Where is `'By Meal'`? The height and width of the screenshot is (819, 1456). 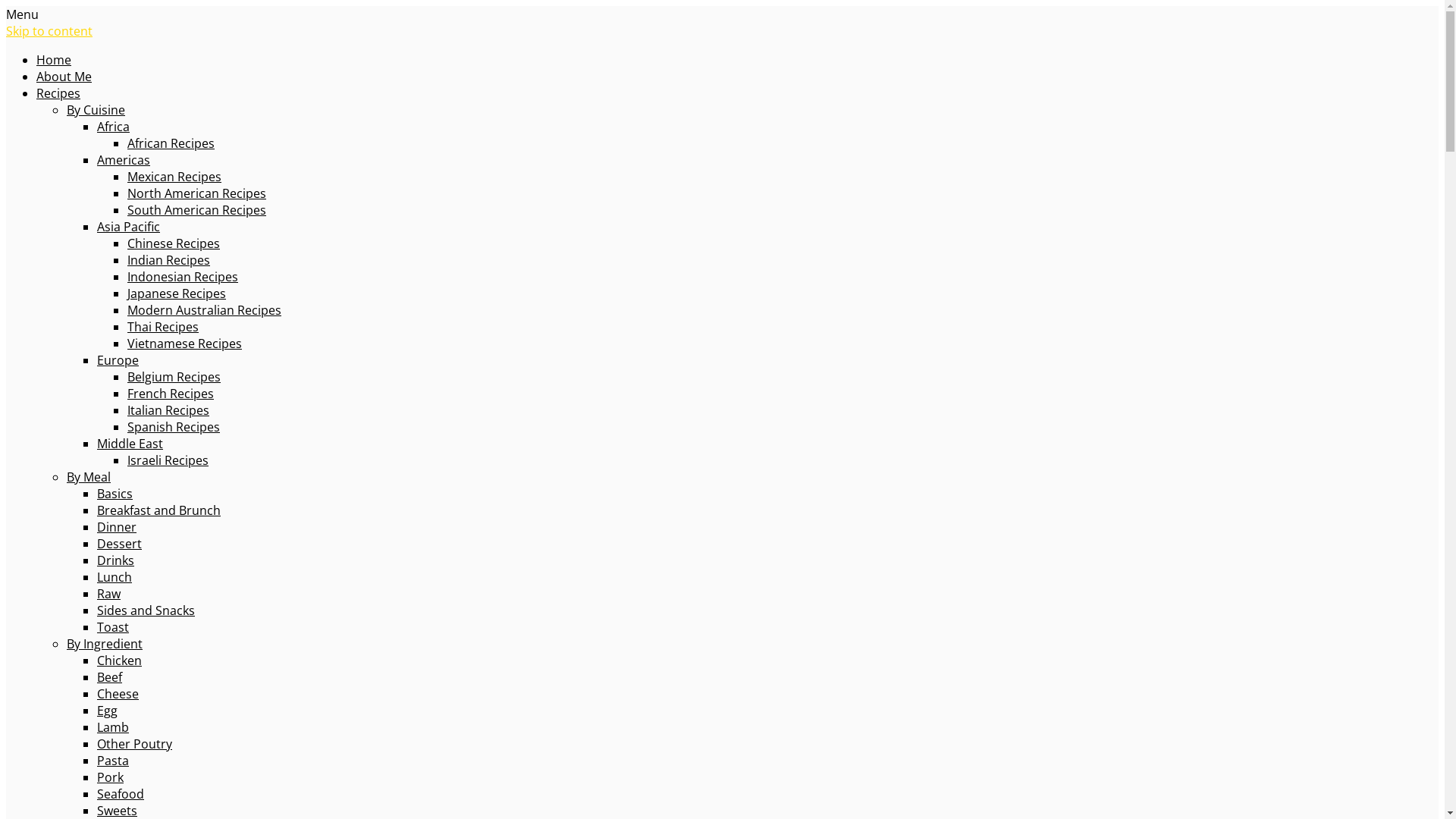
'By Meal' is located at coordinates (87, 475).